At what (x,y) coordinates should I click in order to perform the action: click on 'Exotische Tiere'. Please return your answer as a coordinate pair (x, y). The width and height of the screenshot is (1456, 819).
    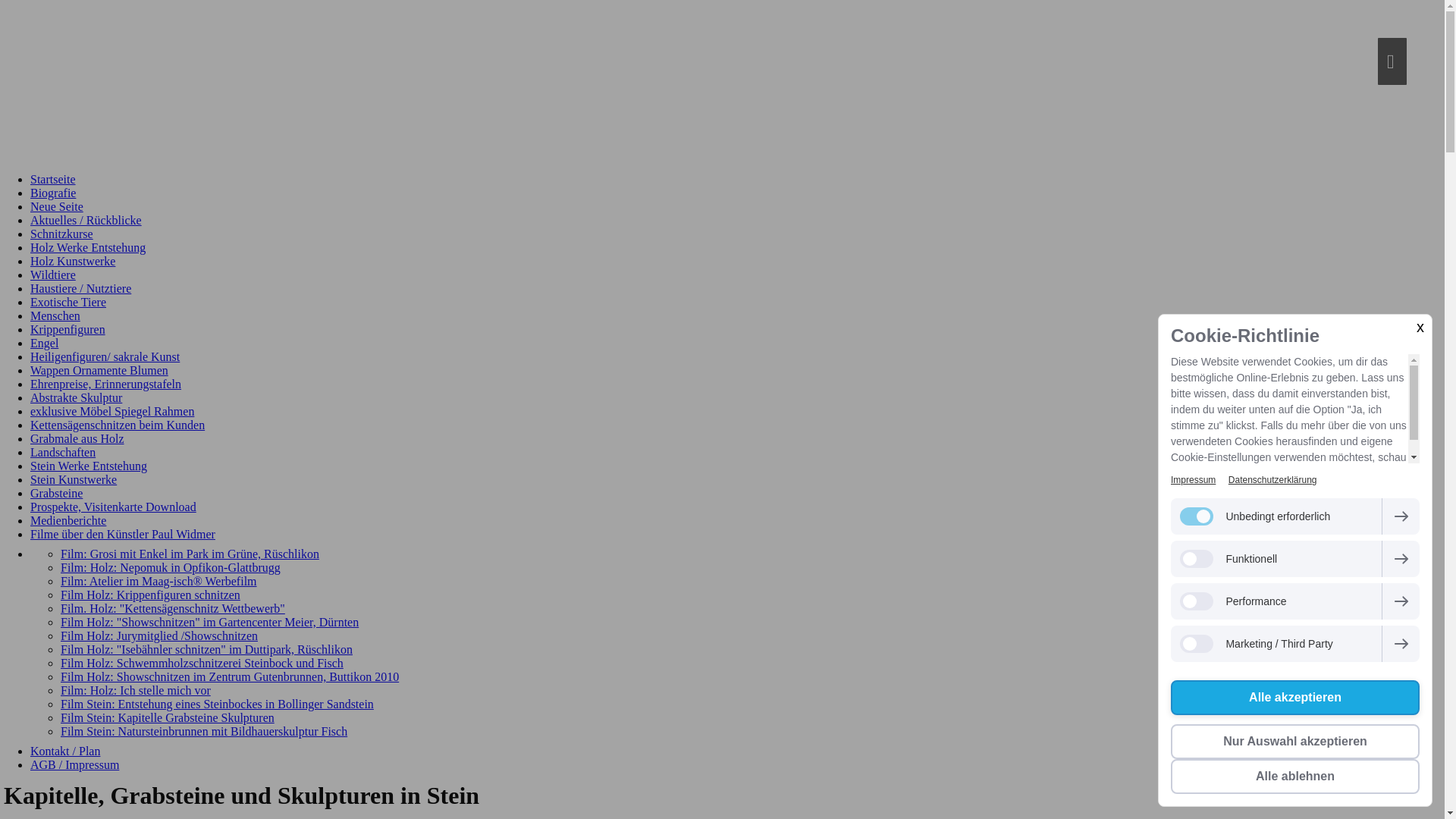
    Looking at the image, I should click on (67, 302).